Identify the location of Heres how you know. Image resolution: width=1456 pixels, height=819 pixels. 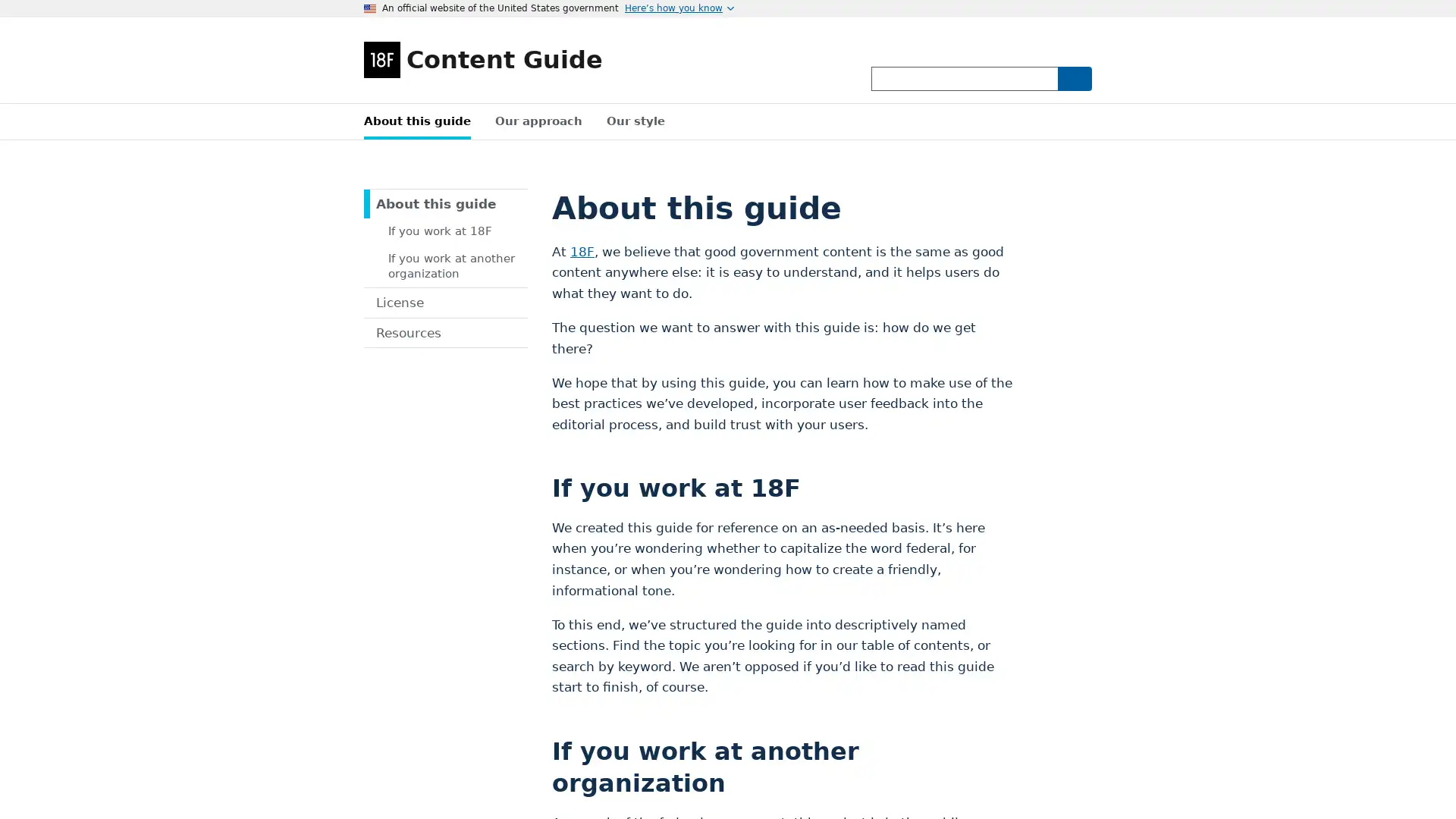
(679, 8).